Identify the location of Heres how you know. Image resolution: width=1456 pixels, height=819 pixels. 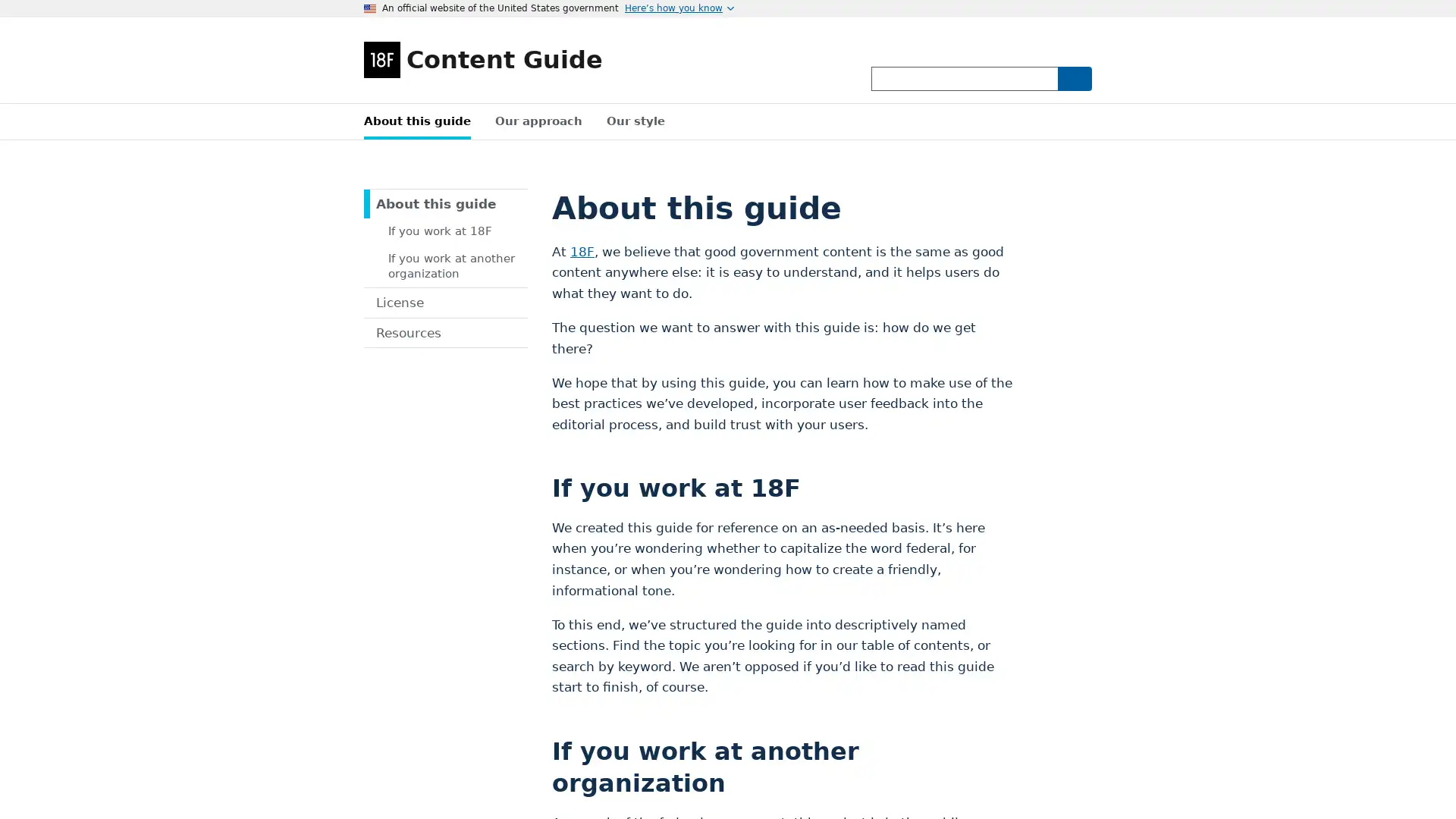
(679, 8).